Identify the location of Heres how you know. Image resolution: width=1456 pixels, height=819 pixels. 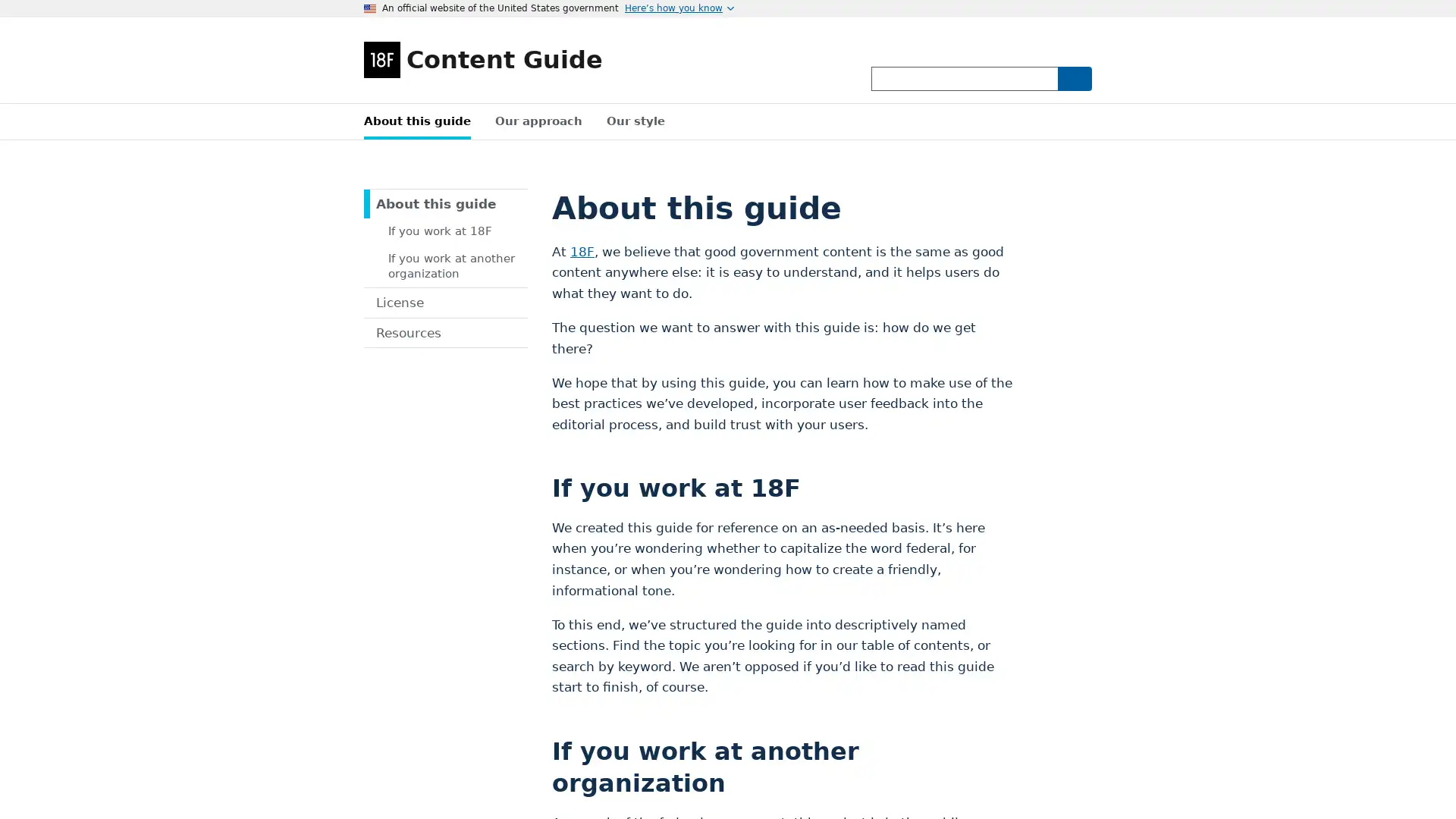
(679, 8).